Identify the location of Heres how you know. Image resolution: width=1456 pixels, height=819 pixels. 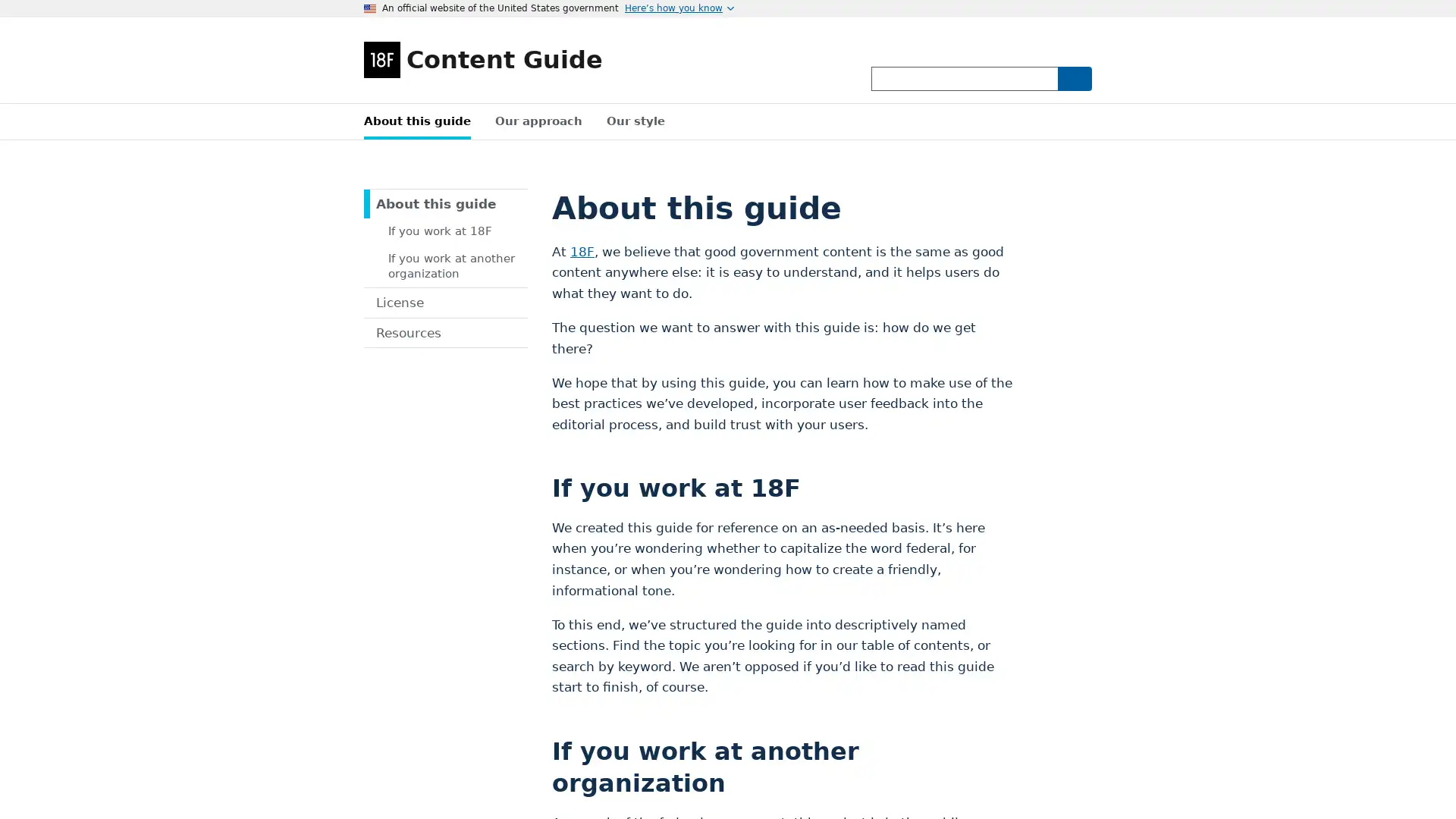
(679, 8).